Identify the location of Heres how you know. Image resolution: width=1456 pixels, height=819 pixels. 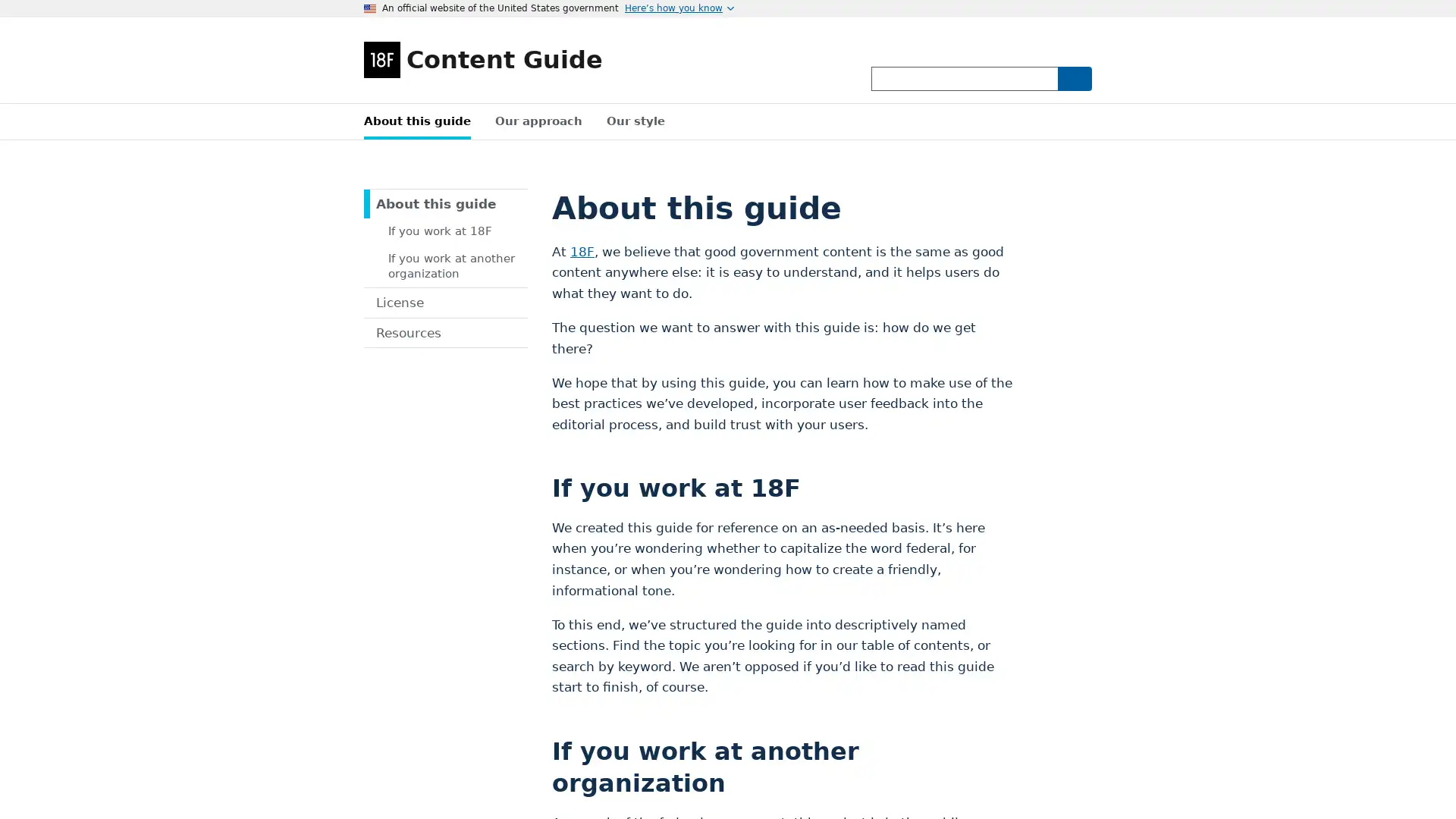
(679, 8).